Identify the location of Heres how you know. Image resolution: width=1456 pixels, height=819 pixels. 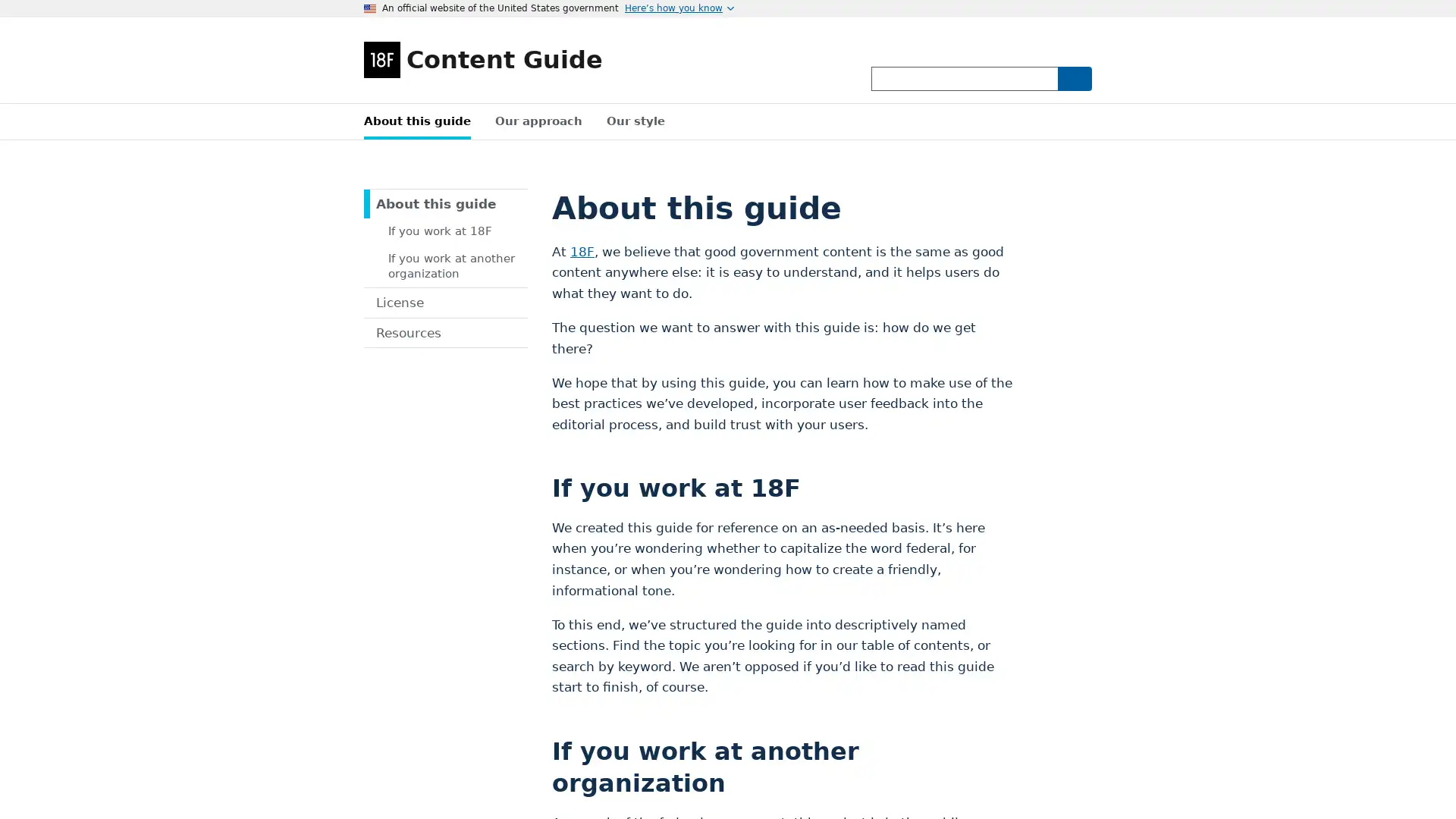
(679, 8).